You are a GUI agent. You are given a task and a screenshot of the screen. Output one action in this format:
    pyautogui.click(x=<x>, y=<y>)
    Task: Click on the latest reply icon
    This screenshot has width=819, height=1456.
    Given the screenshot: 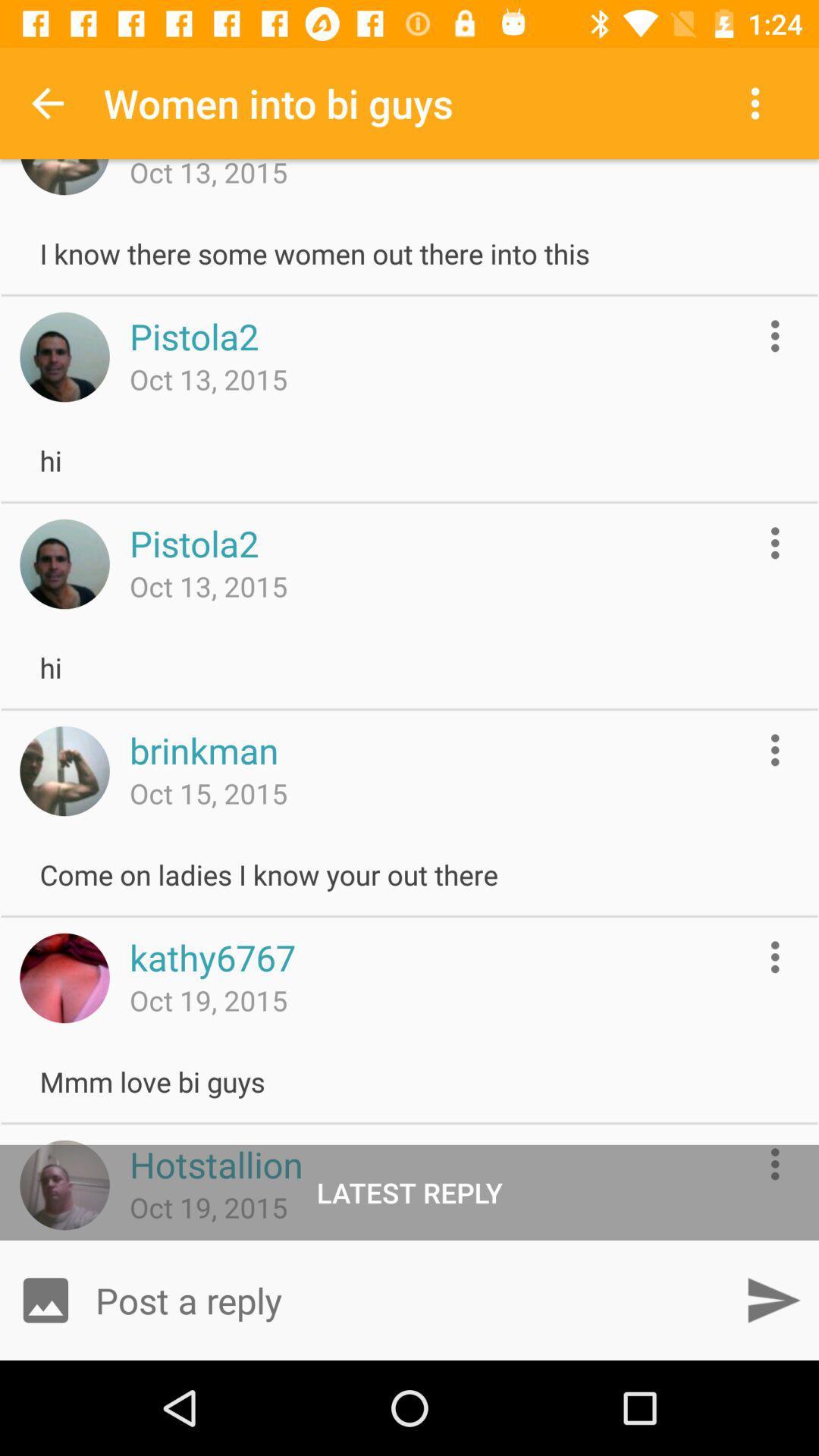 What is the action you would take?
    pyautogui.click(x=409, y=1191)
    